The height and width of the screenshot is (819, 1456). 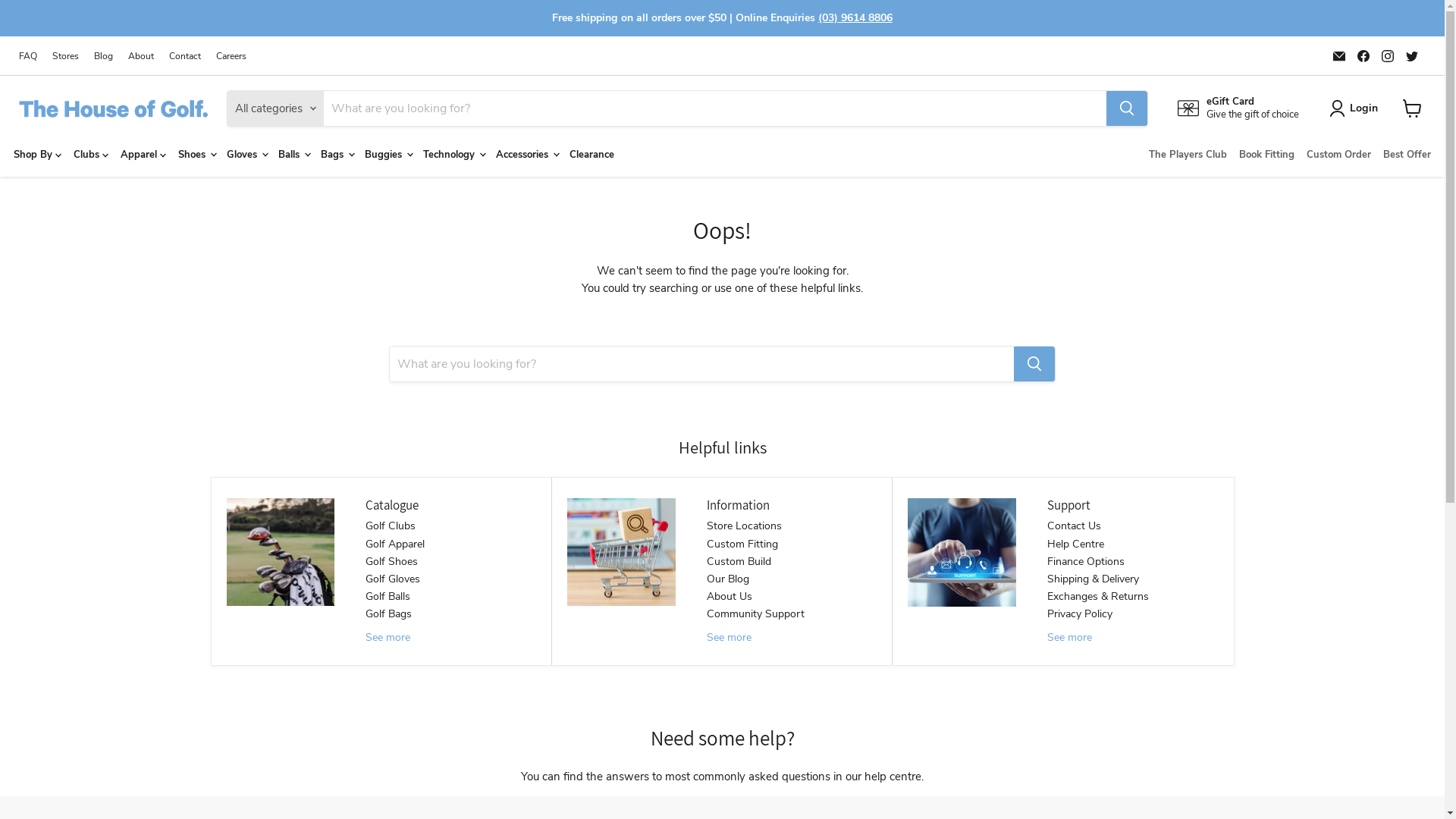 I want to click on 'See more', so click(x=365, y=637).